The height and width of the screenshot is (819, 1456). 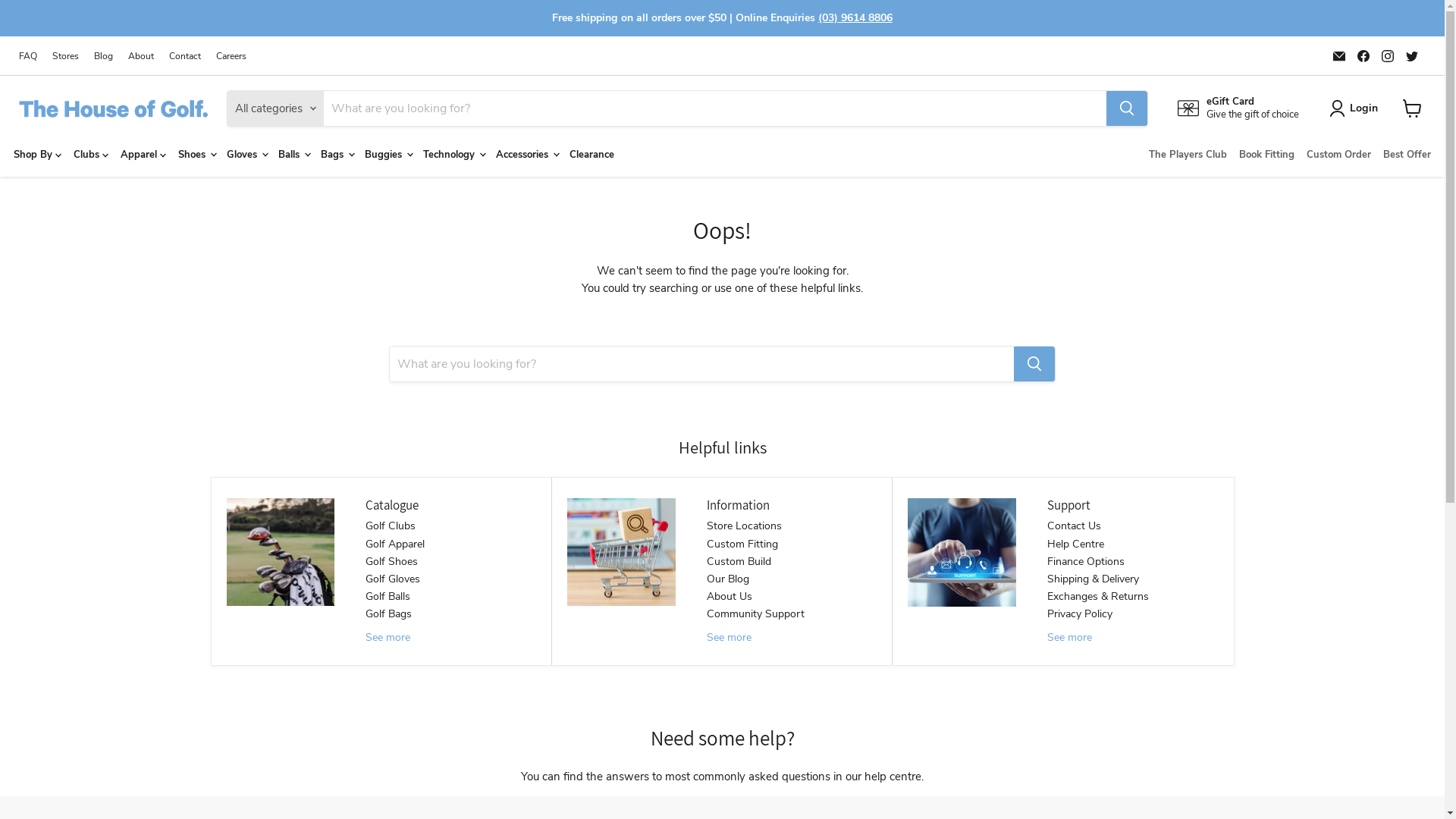 I want to click on 'See more', so click(x=365, y=637).